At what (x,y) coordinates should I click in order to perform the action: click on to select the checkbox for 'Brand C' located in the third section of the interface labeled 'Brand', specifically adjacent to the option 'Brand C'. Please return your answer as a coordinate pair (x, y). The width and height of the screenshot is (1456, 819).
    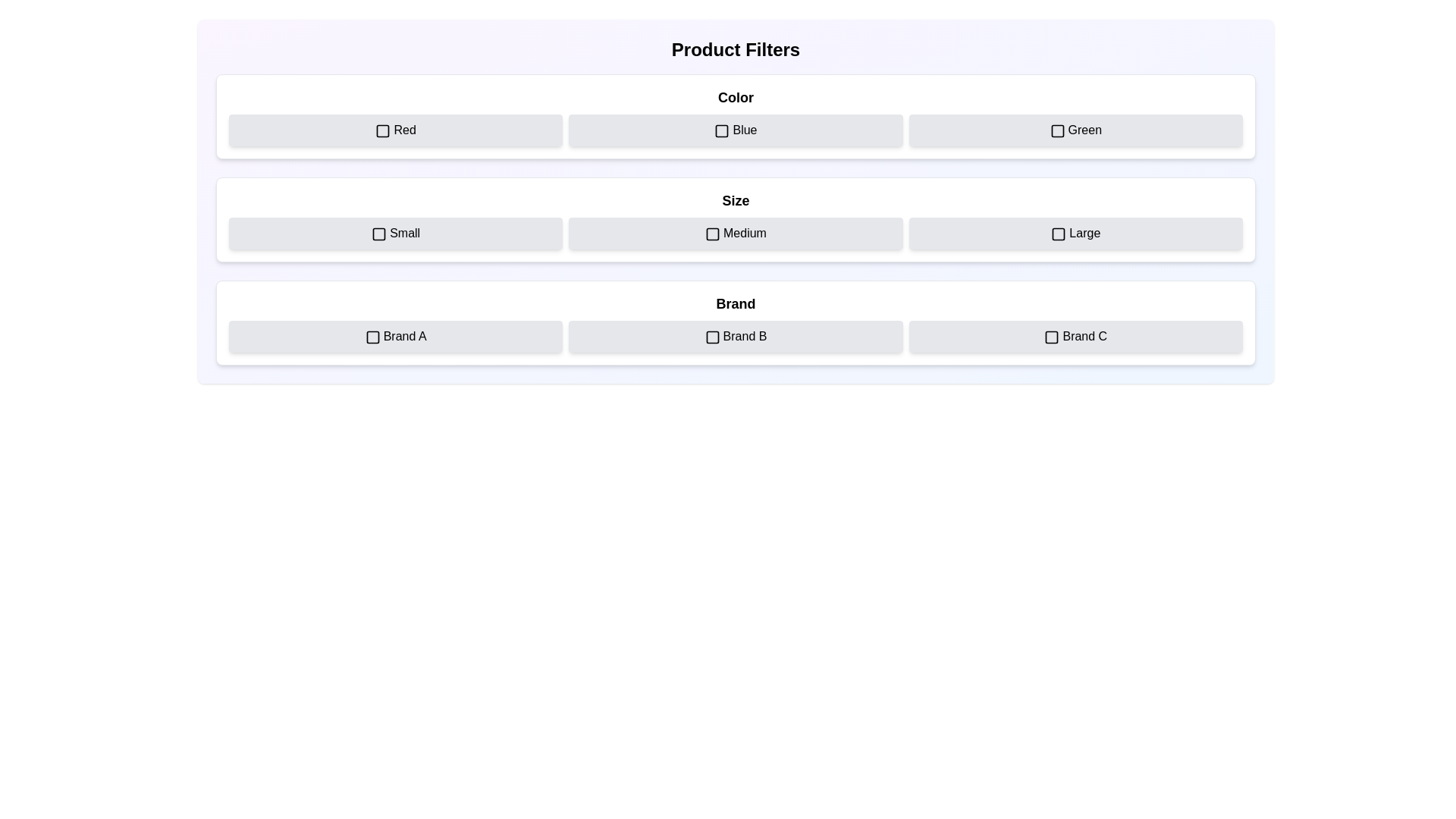
    Looking at the image, I should click on (1051, 336).